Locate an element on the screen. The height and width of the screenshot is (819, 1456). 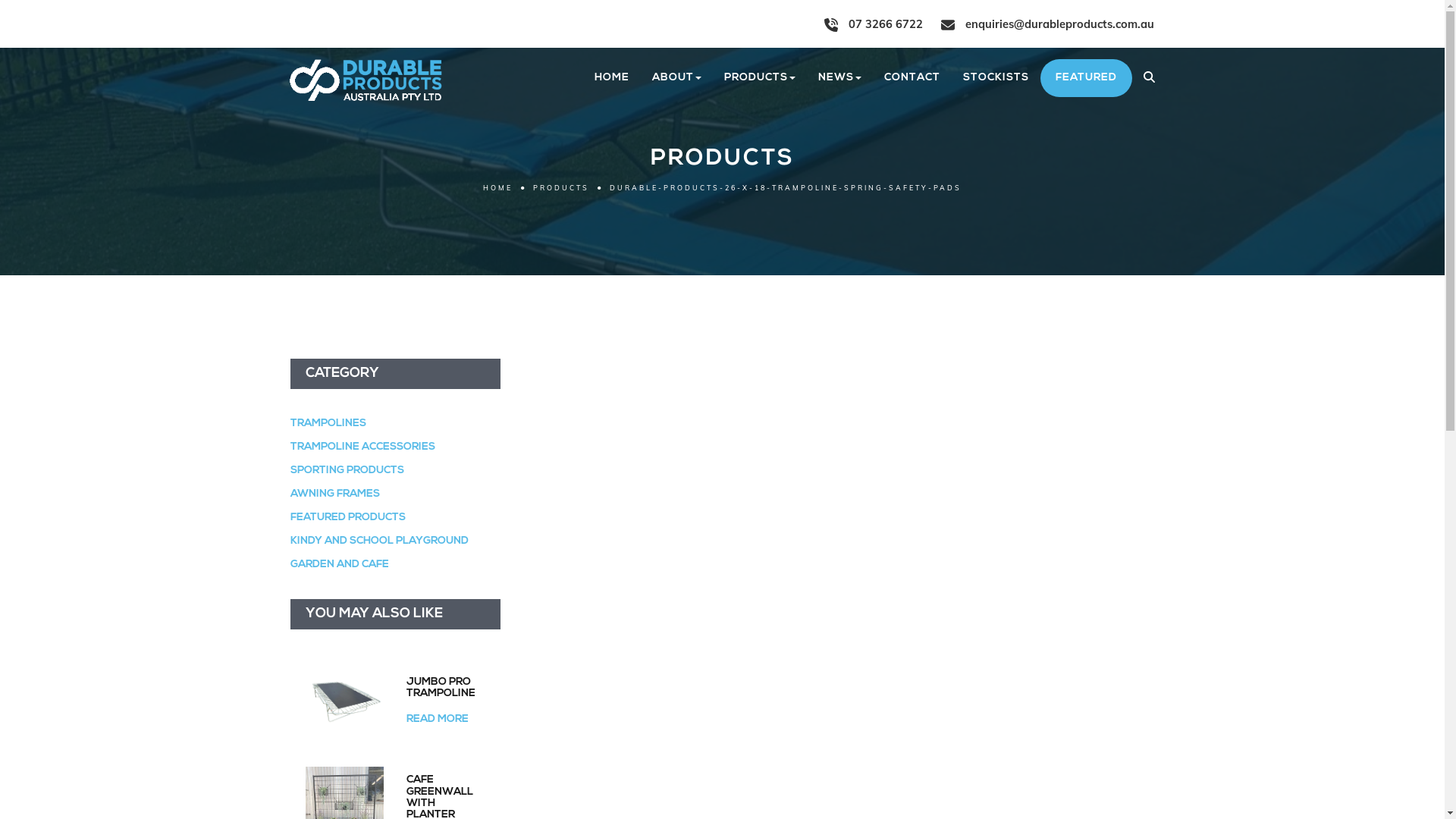
'ABOUT' is located at coordinates (675, 78).